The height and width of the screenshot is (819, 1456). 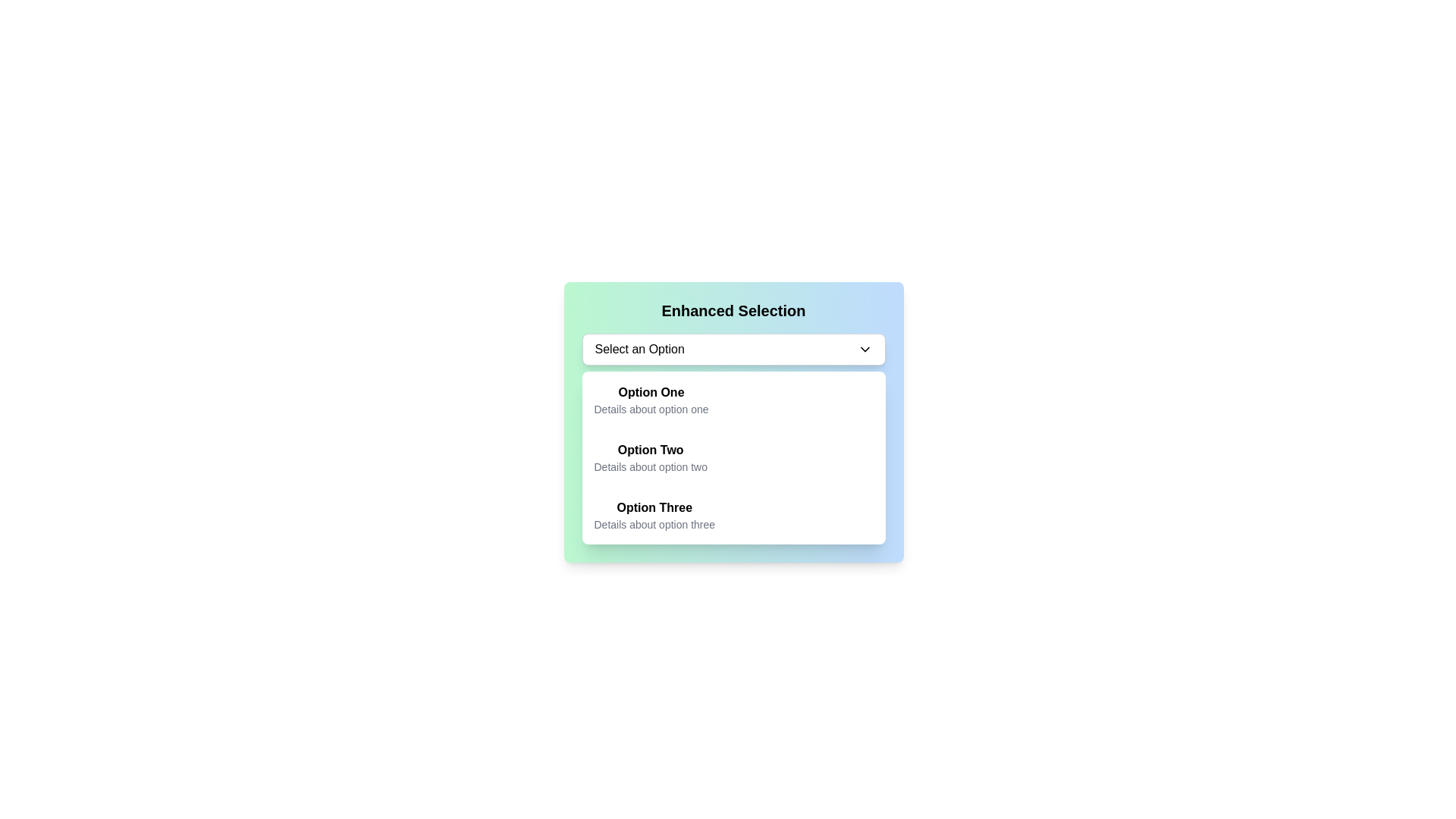 I want to click on the first option in the 'Enhanced Selection' dropdown menu, which displays 'Option One' in bold with additional details below it, so click(x=651, y=400).